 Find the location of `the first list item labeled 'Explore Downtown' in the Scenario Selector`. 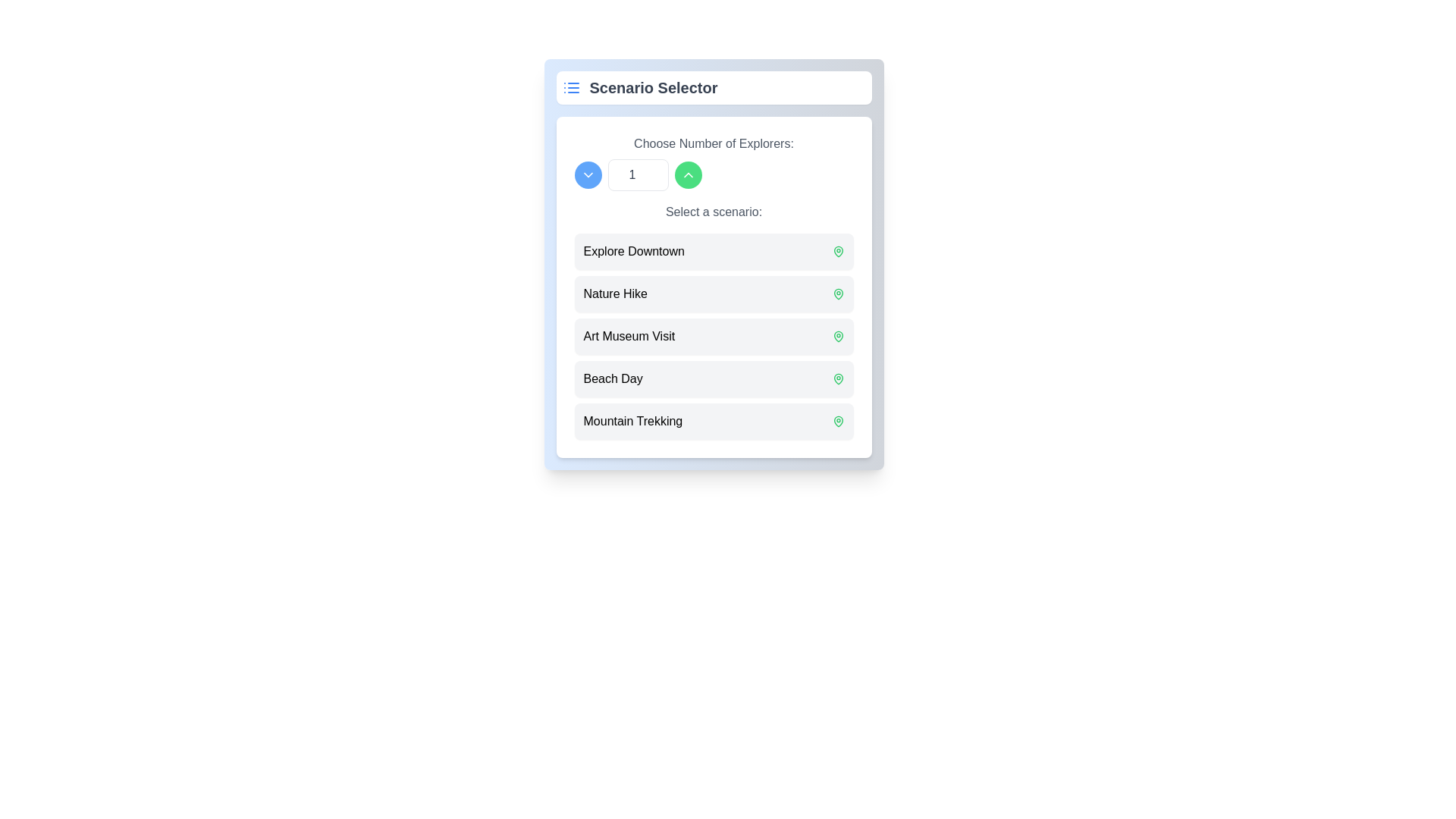

the first list item labeled 'Explore Downtown' in the Scenario Selector is located at coordinates (713, 250).